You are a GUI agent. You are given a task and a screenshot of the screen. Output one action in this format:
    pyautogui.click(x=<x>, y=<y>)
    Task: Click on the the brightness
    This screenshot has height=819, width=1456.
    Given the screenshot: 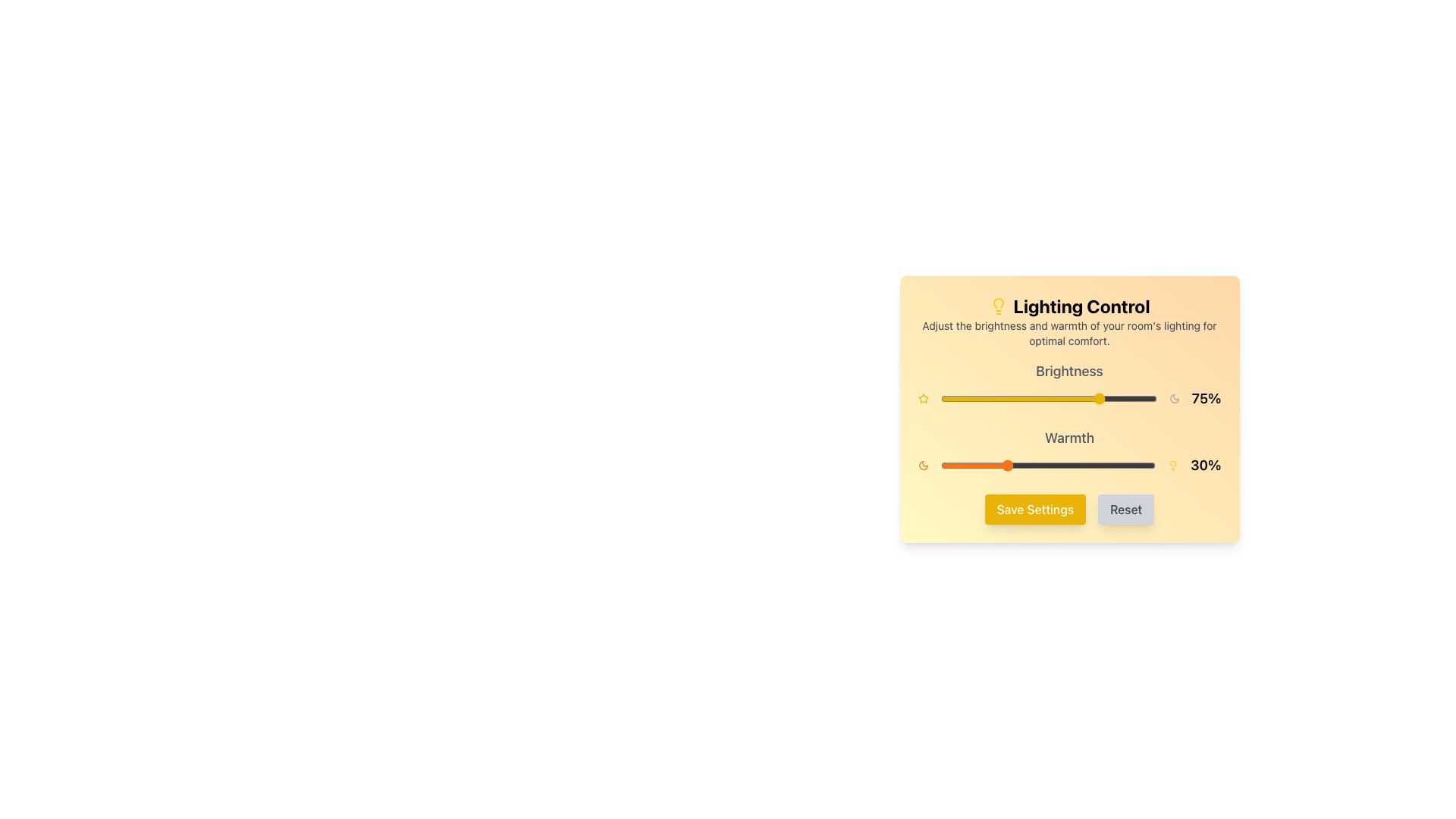 What is the action you would take?
    pyautogui.click(x=981, y=397)
    